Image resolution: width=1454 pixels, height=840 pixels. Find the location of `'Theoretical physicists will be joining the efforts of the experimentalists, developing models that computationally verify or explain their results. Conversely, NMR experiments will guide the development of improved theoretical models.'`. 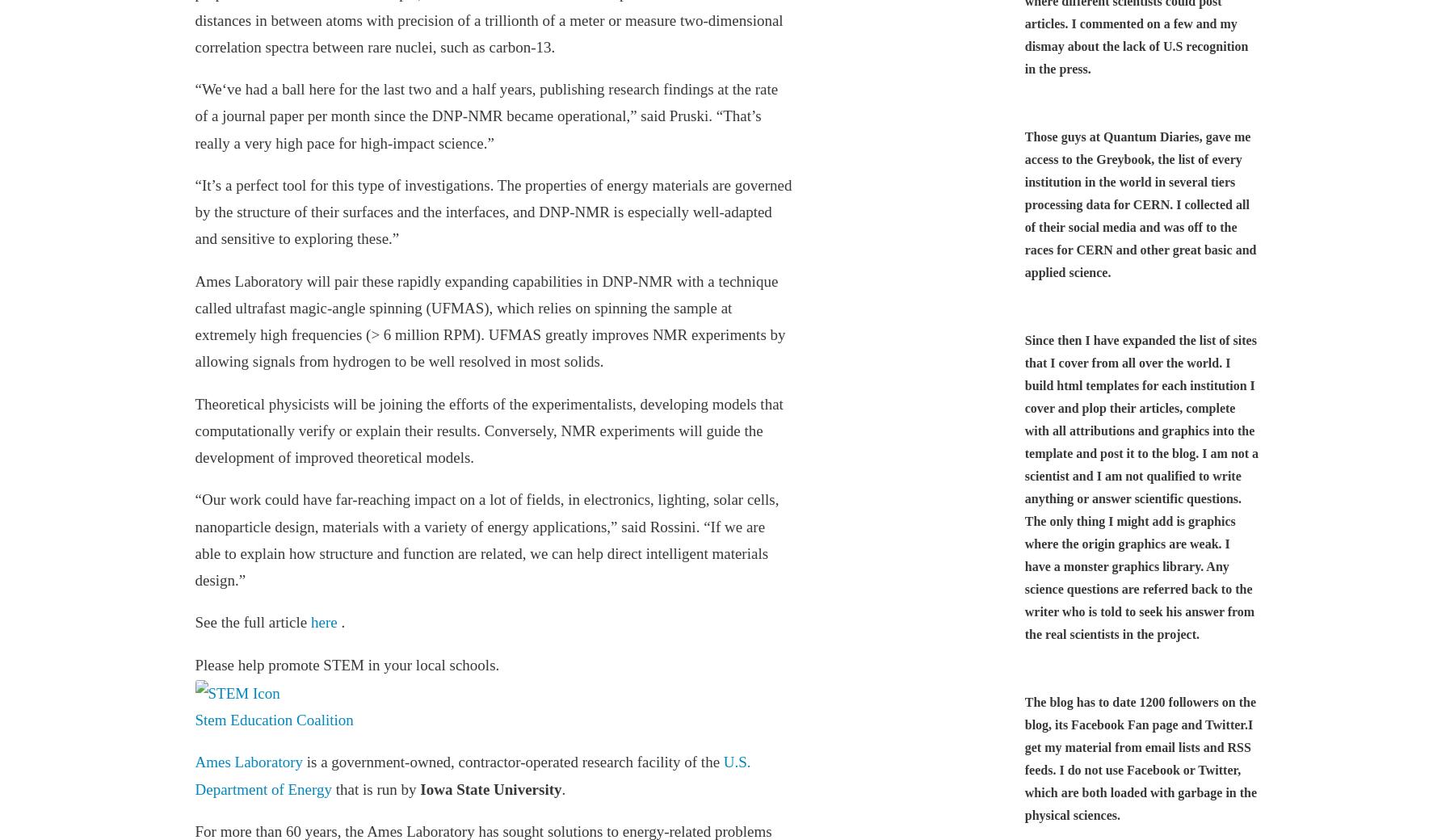

'Theoretical physicists will be joining the efforts of the experimentalists, developing models that computationally verify or explain their results. Conversely, NMR experiments will guide the development of improved theoretical models.' is located at coordinates (194, 430).